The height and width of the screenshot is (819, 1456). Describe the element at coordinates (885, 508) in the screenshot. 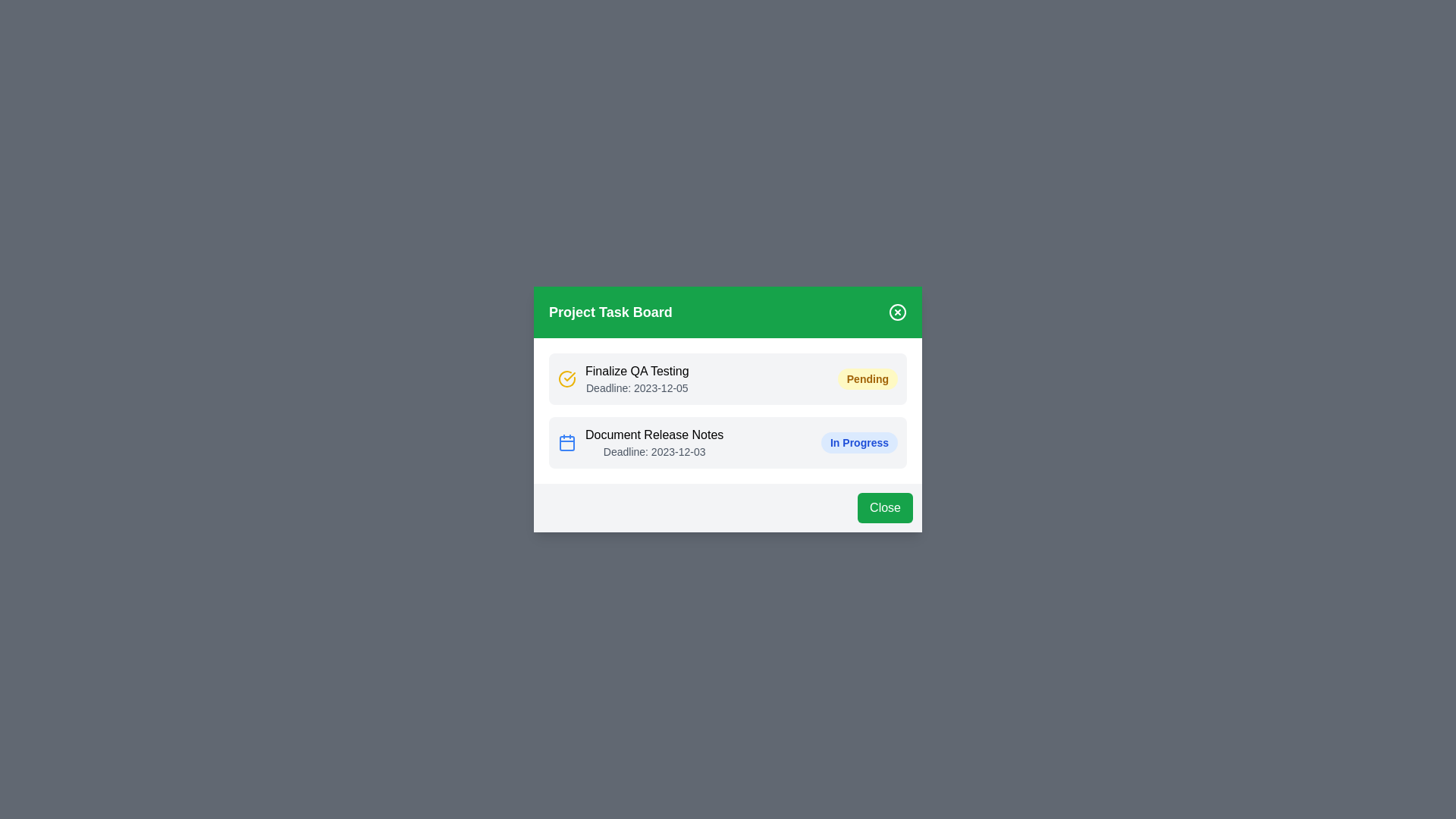

I see `the 'Close' button in the footer of the dialog to close it` at that location.